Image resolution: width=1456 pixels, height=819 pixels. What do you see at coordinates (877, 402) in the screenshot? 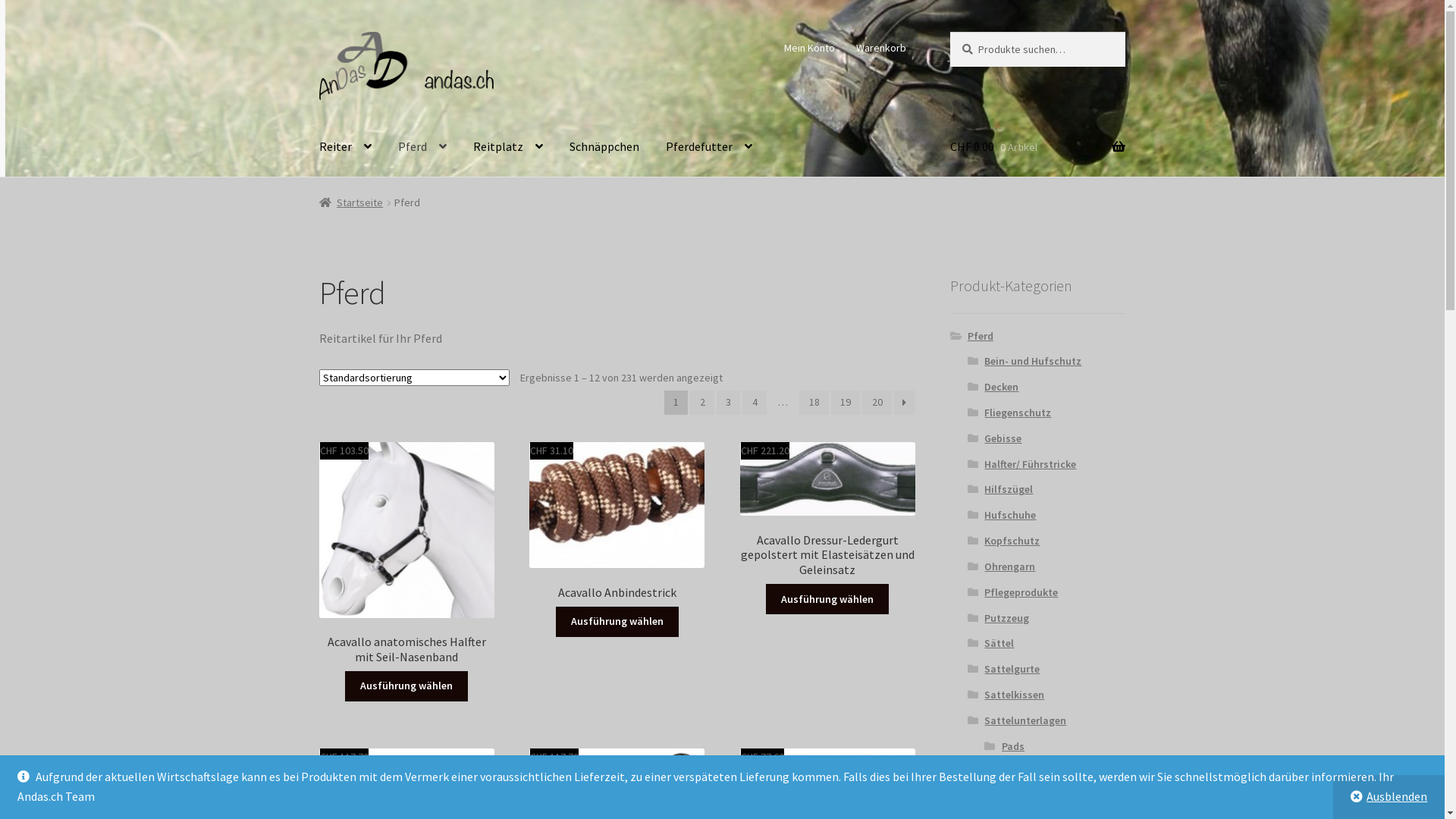
I see `'20'` at bounding box center [877, 402].